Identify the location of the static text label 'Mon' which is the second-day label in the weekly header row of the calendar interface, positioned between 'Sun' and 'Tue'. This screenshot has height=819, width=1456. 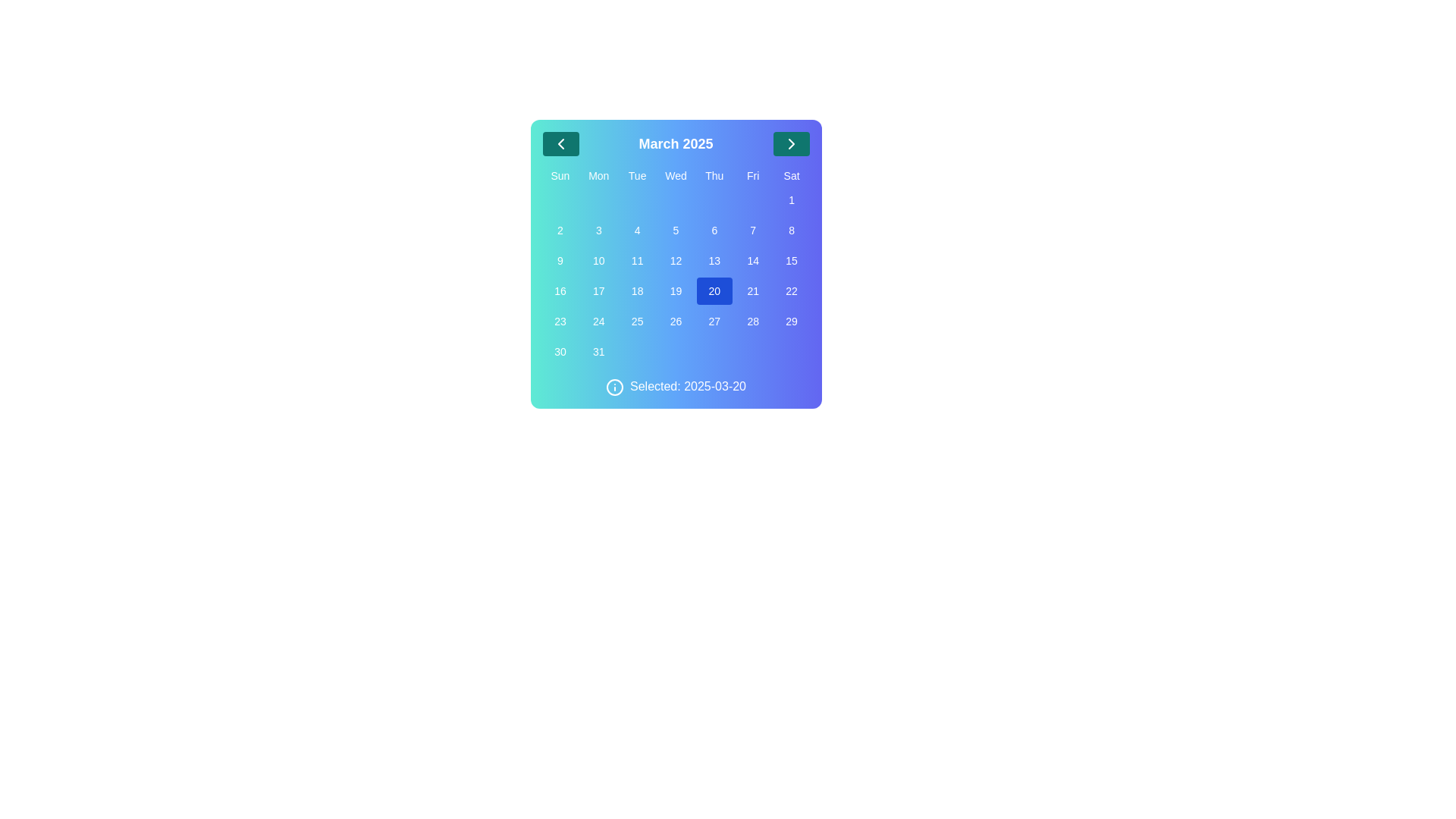
(598, 174).